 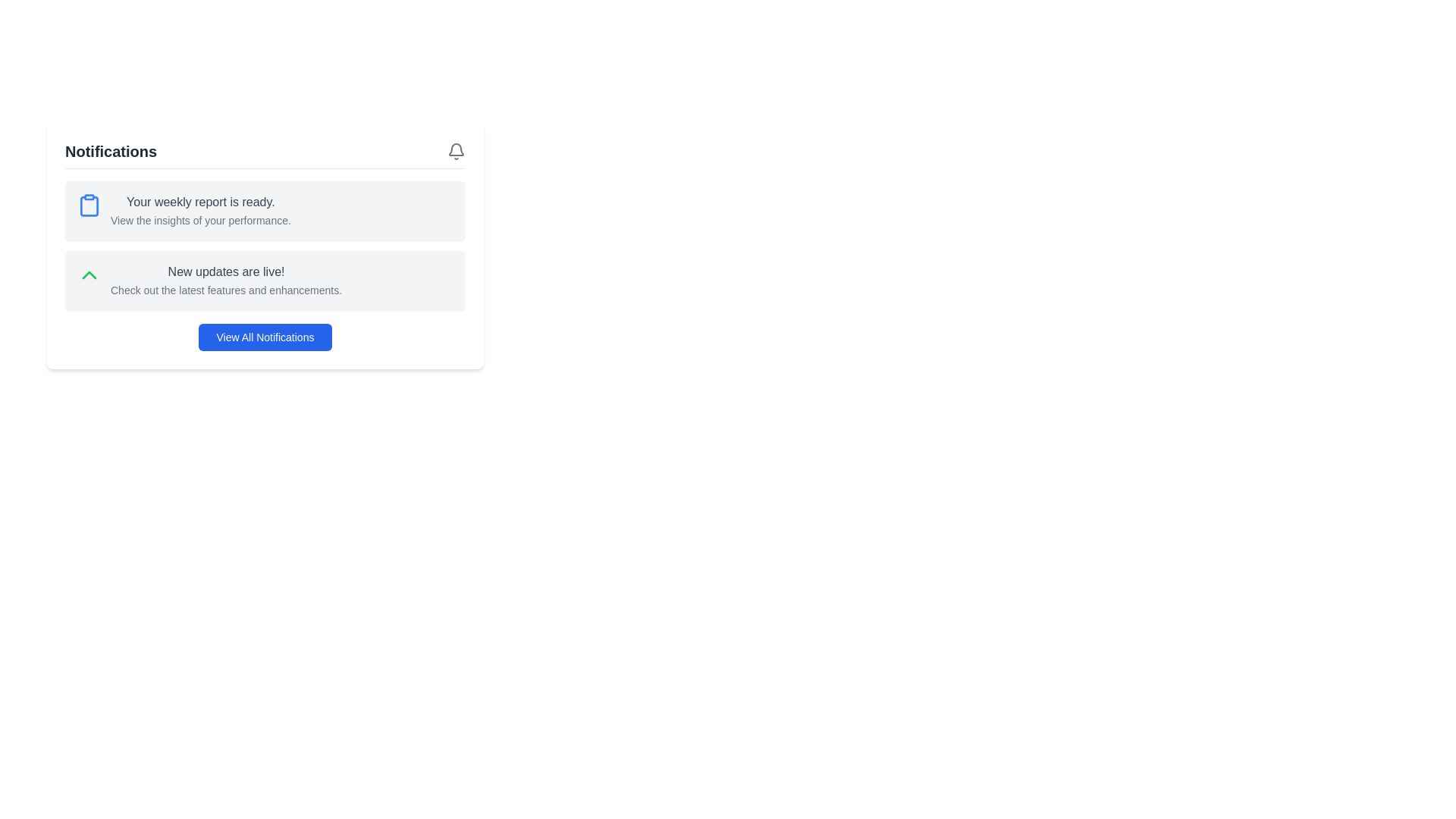 What do you see at coordinates (225, 281) in the screenshot?
I see `the informational text label displaying 'New updates are live!' and 'Check out the latest features and enhancements.' located beneath the upward green arrow icon within a notification card` at bounding box center [225, 281].